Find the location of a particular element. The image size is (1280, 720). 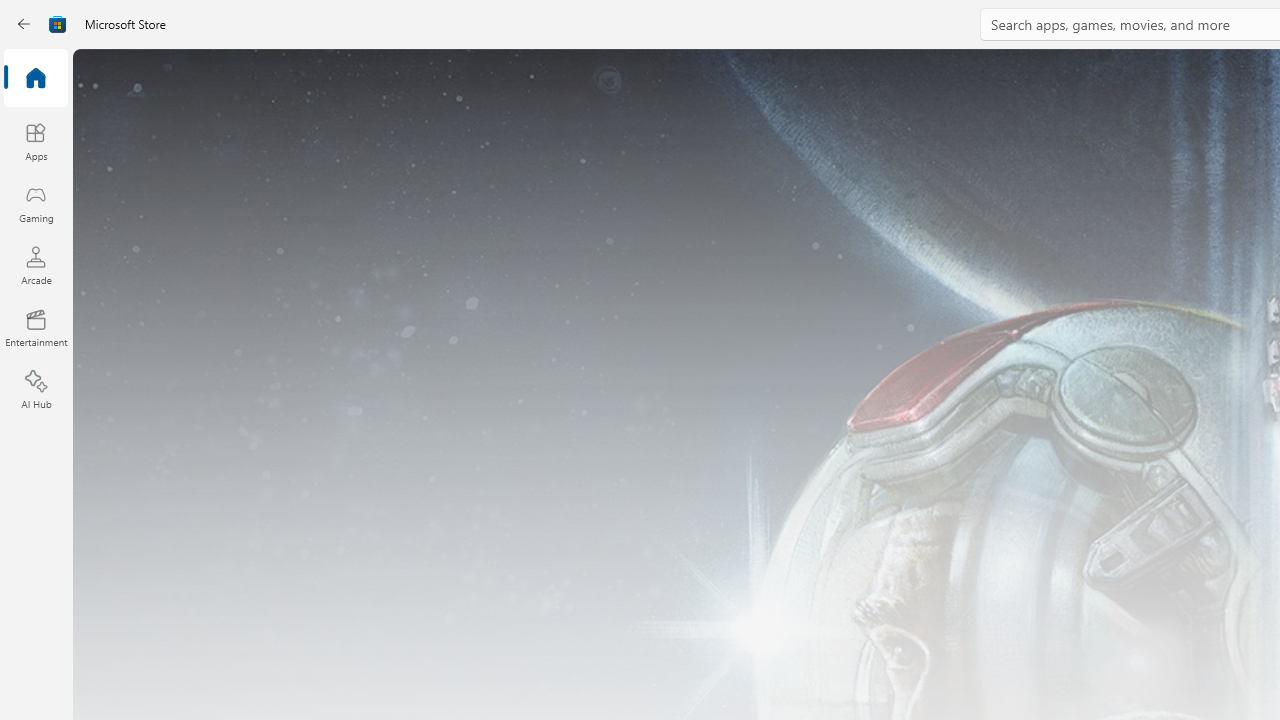

'Back' is located at coordinates (24, 24).